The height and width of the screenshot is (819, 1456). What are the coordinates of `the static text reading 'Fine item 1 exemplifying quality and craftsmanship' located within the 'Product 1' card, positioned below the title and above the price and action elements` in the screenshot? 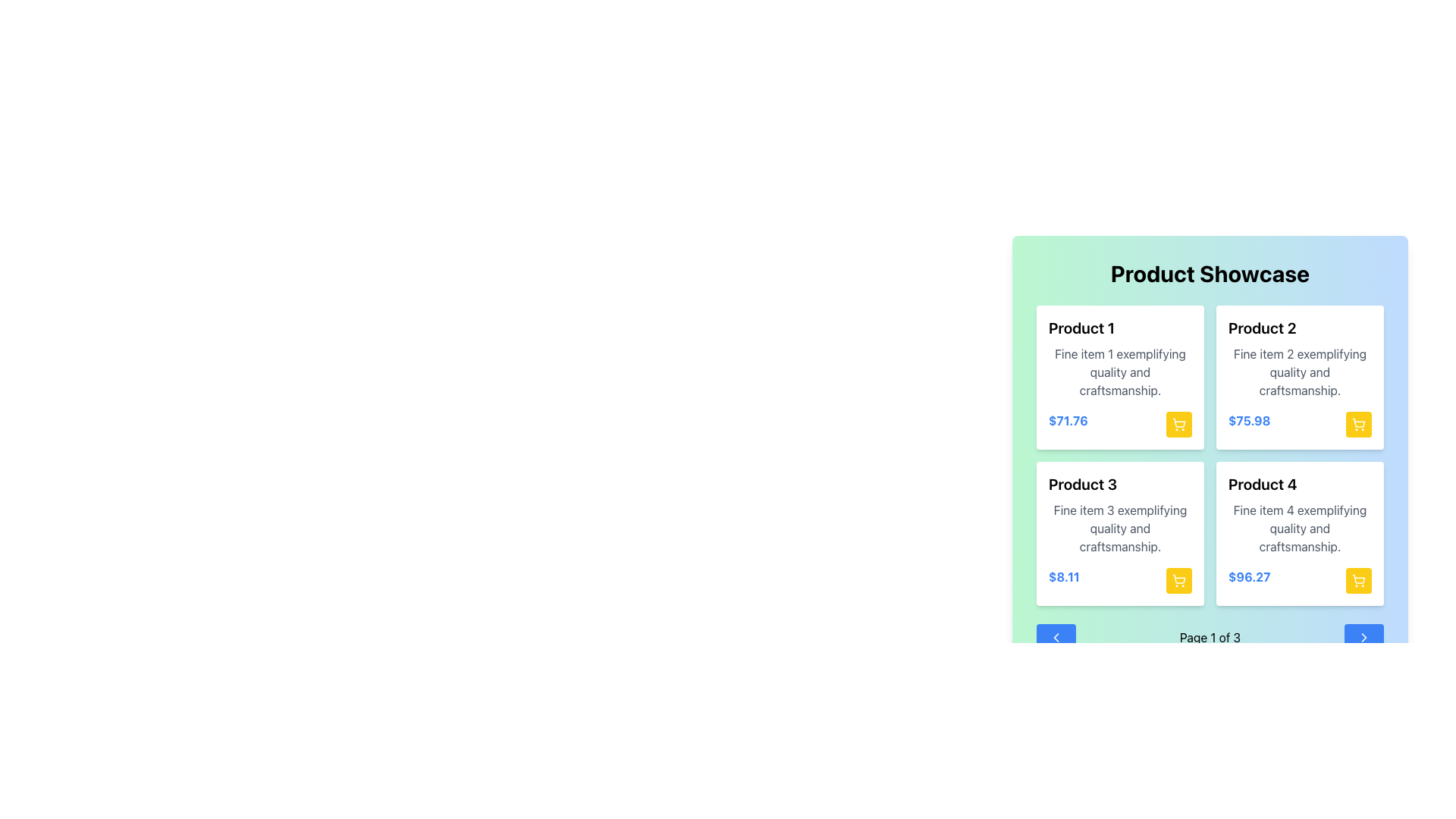 It's located at (1120, 372).